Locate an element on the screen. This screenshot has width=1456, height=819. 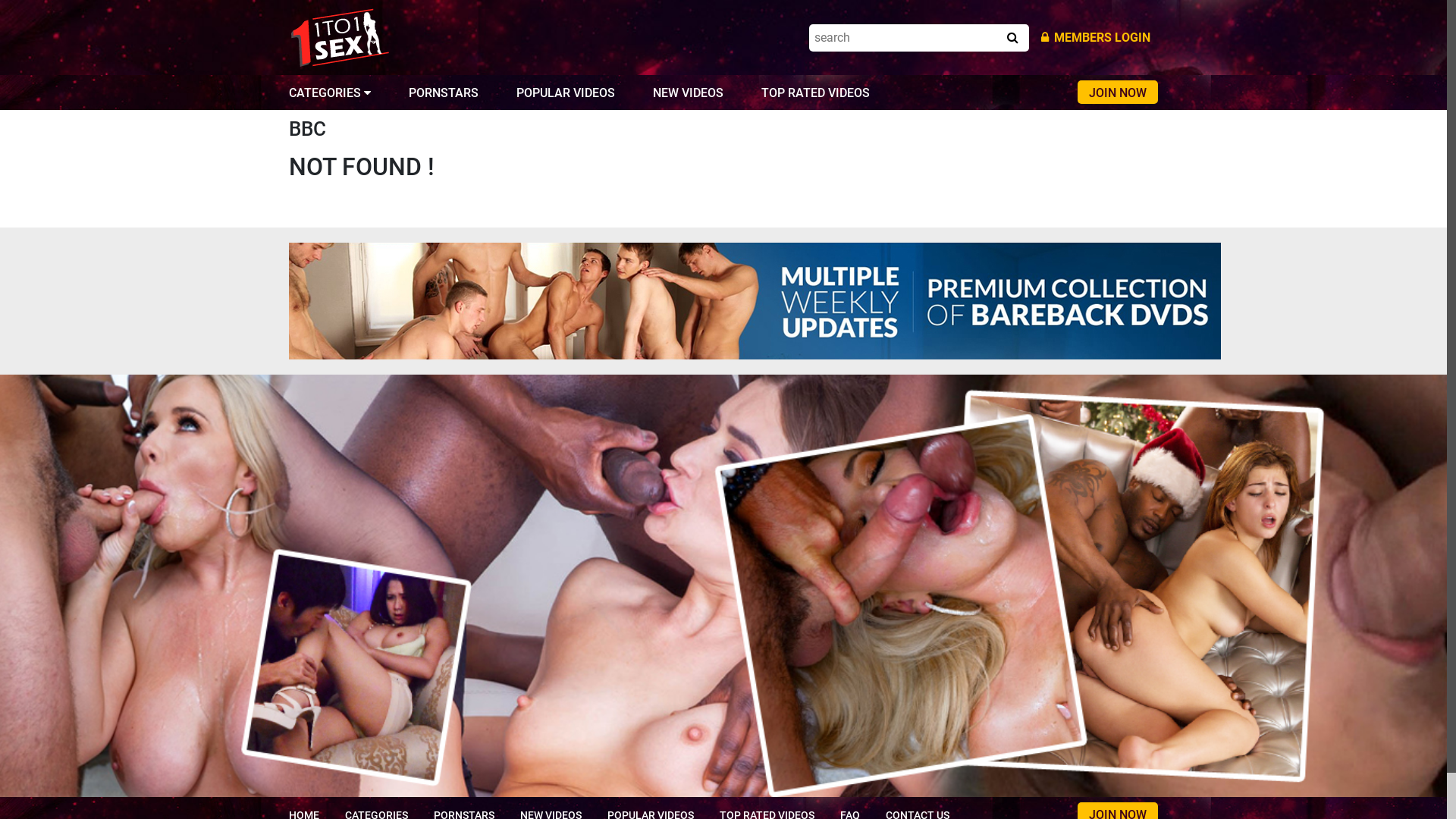
'CATEGORIES' is located at coordinates (329, 93).